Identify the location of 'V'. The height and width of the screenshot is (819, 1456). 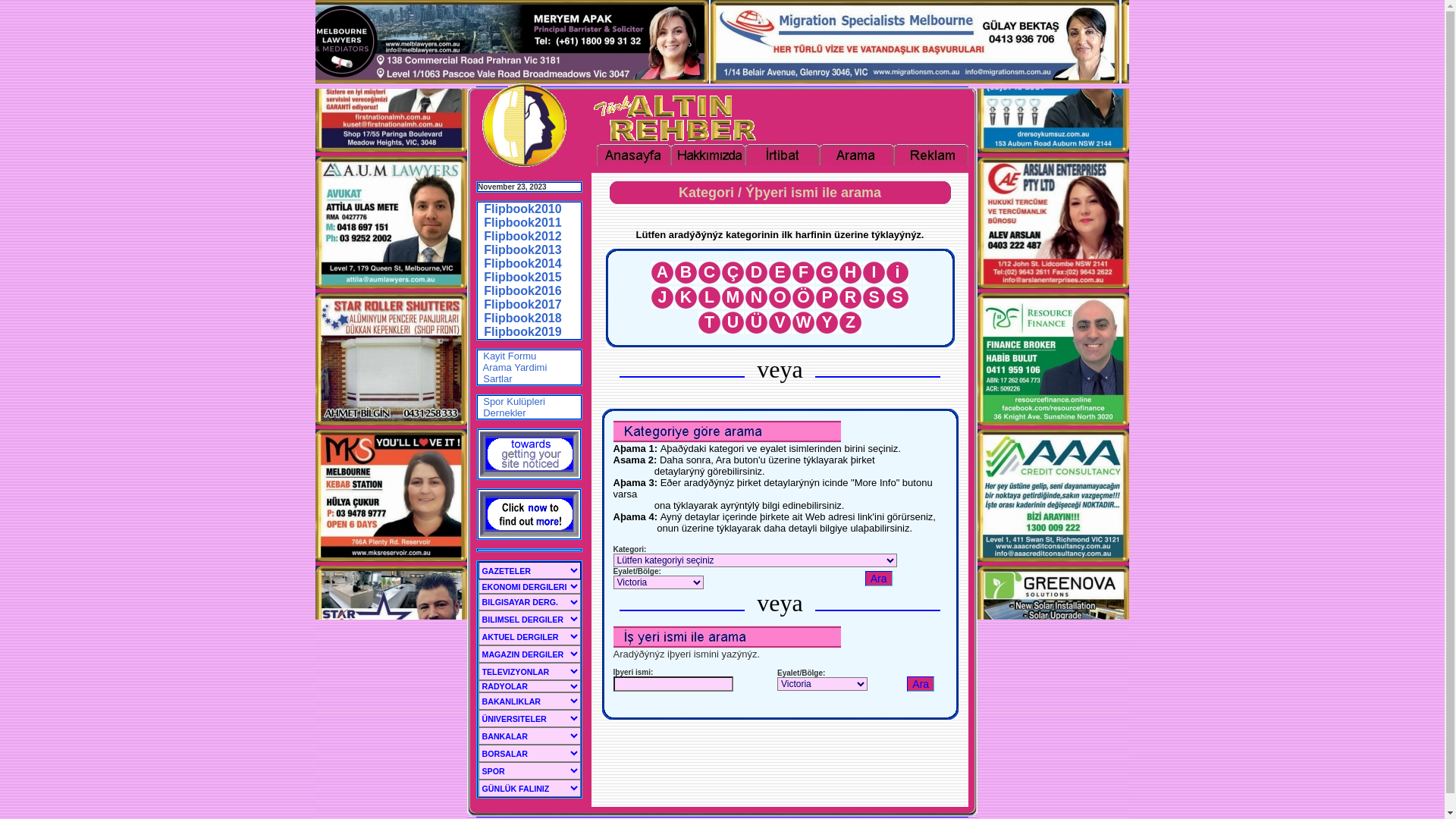
(779, 324).